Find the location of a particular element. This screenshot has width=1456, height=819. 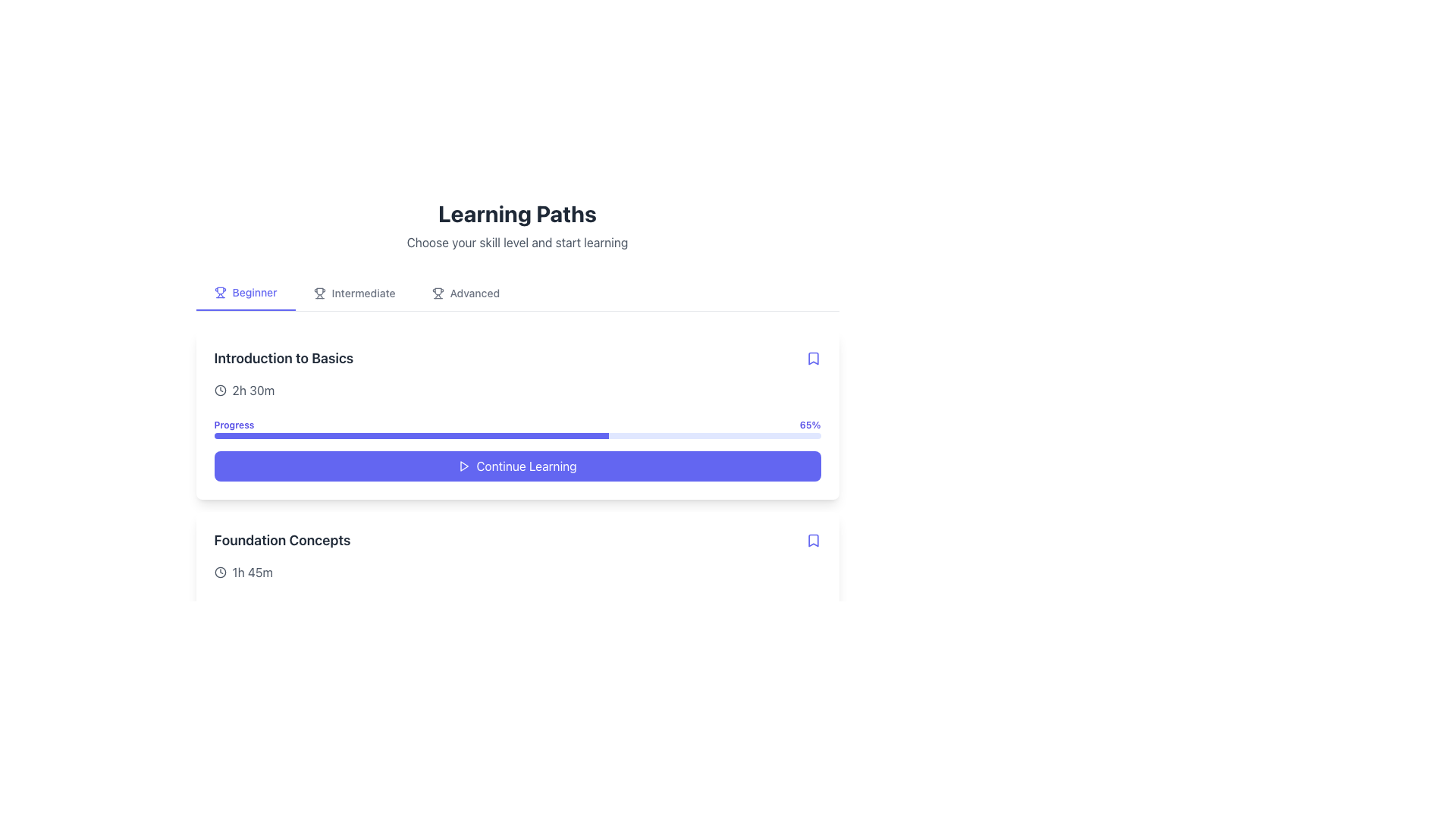

the SVG Circle element that represents a clock structure, located above the 'Foundation Concepts' section is located at coordinates (219, 390).